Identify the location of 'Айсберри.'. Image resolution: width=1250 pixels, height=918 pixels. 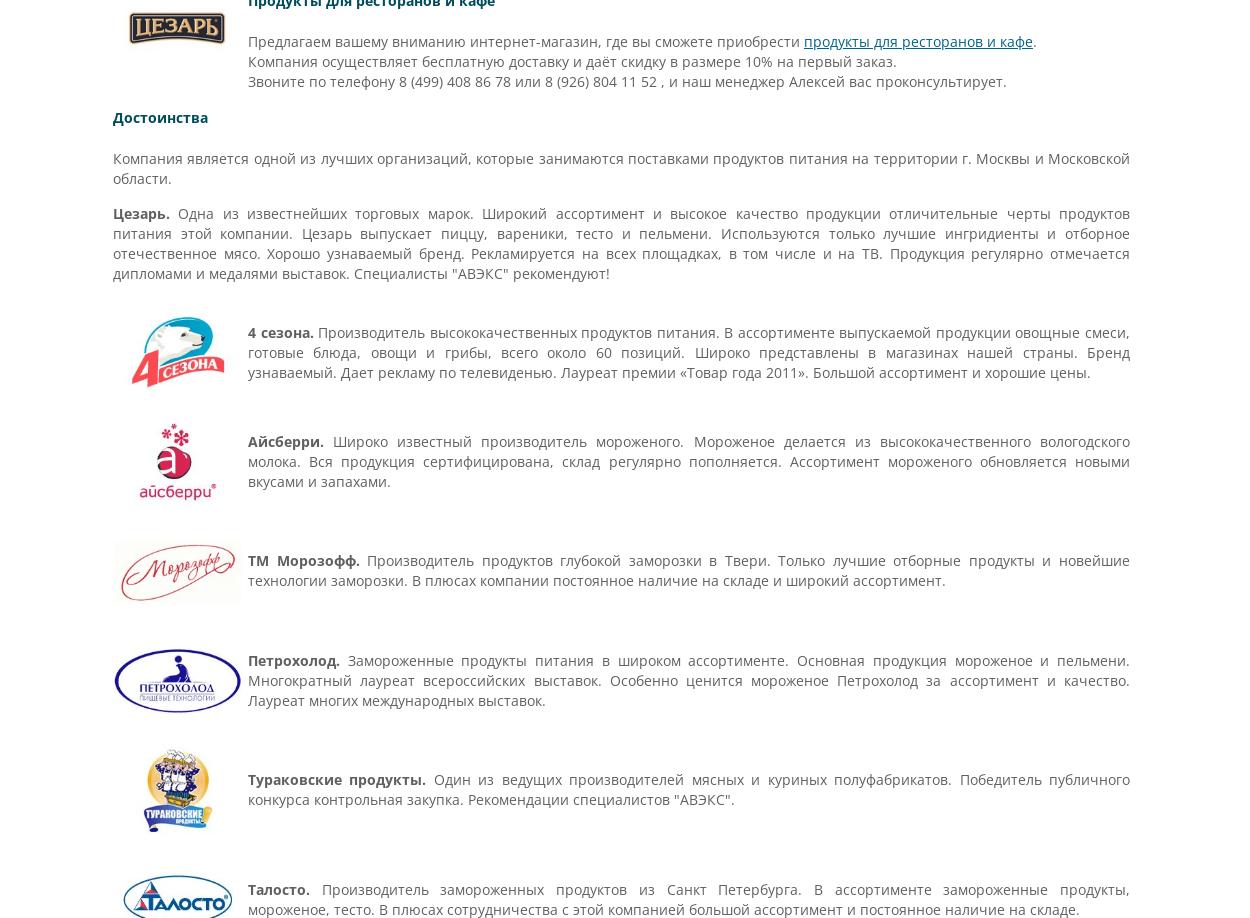
(286, 439).